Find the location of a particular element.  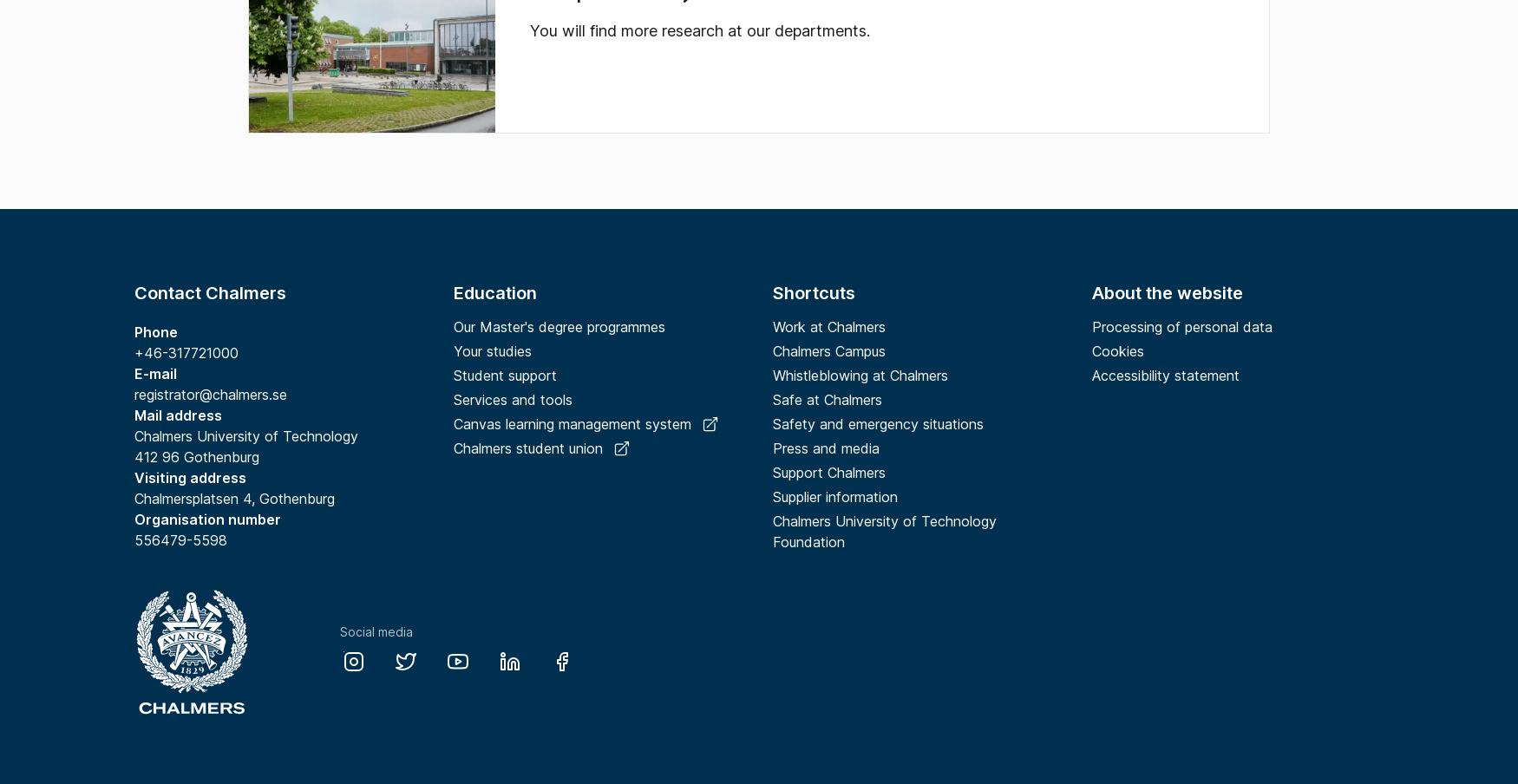

'556479-5598' is located at coordinates (183, 540).